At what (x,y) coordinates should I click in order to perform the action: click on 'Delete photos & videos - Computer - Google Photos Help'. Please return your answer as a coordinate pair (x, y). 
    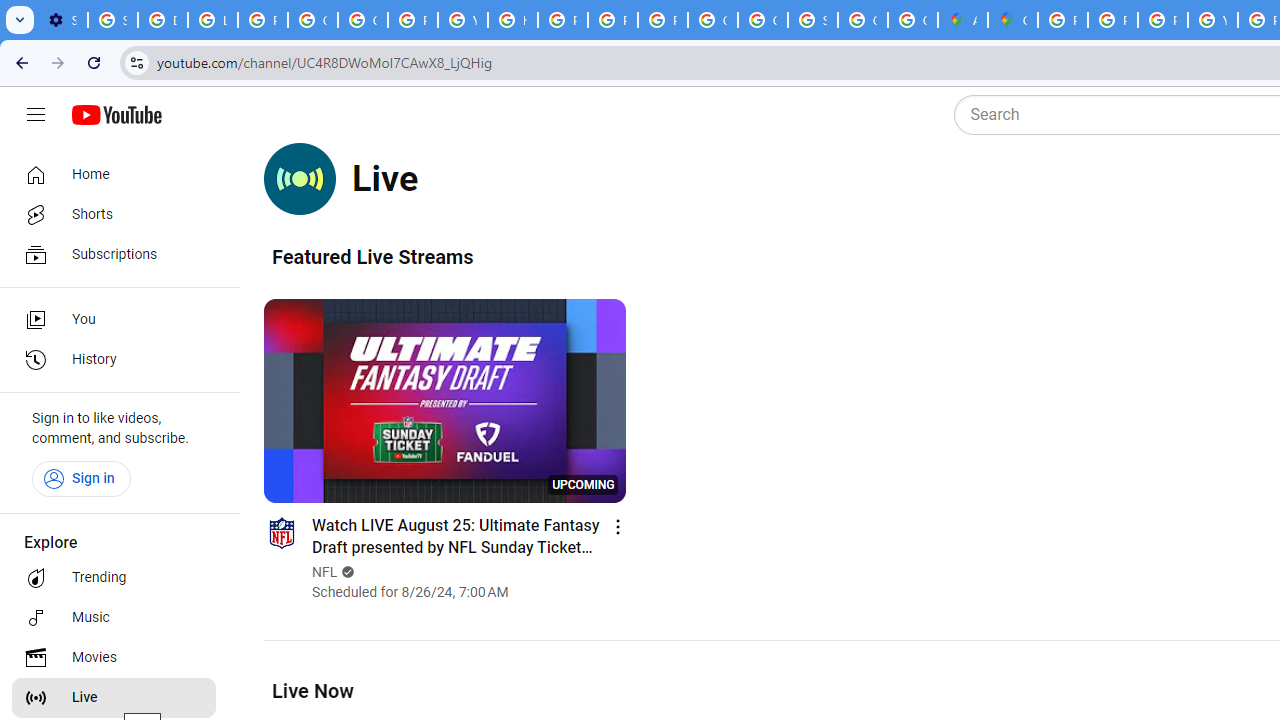
    Looking at the image, I should click on (163, 20).